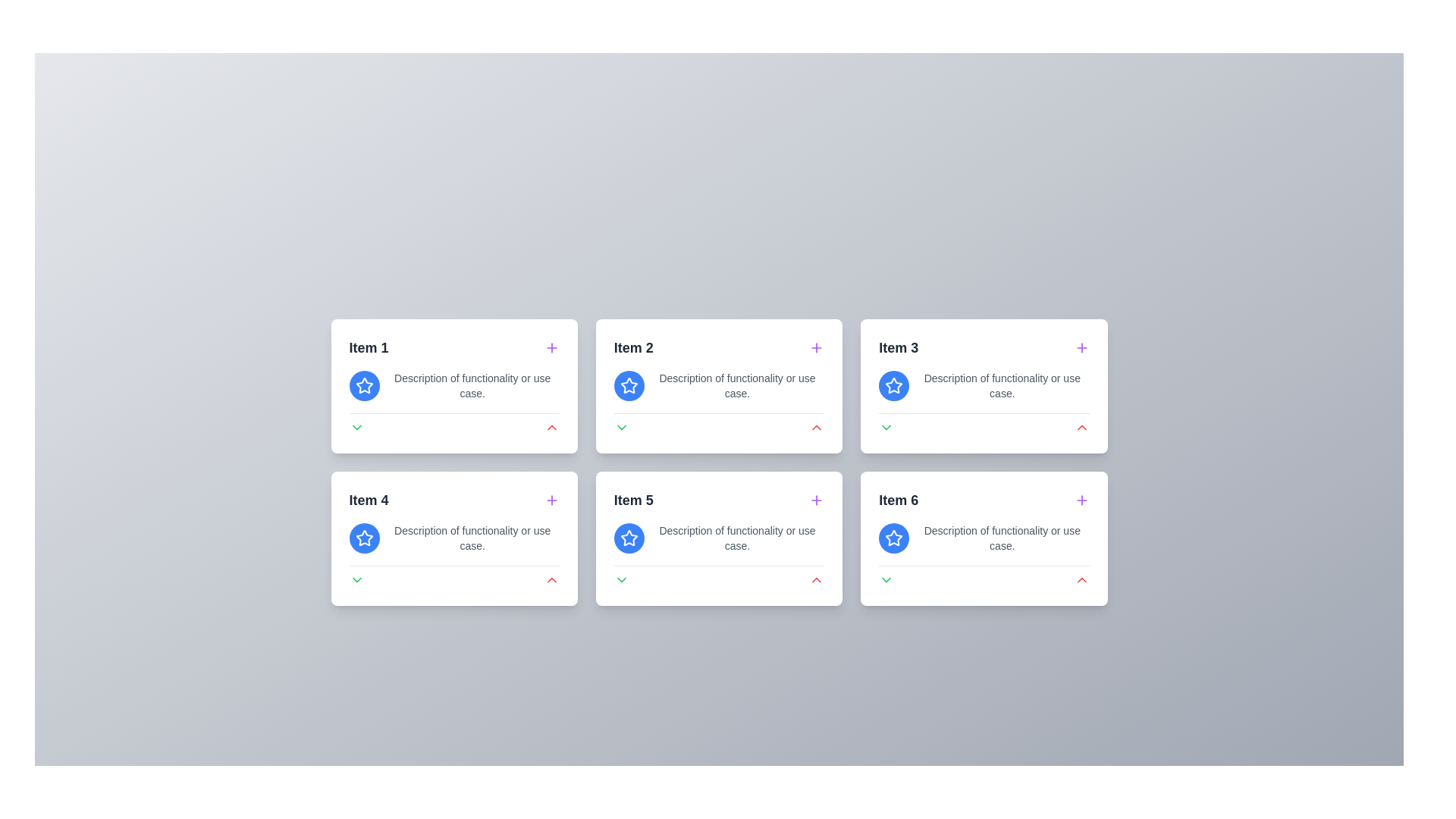  I want to click on the indicator icon located at the top left section of the 'Item 3' card, which serves to convey a special status or function, so click(894, 384).